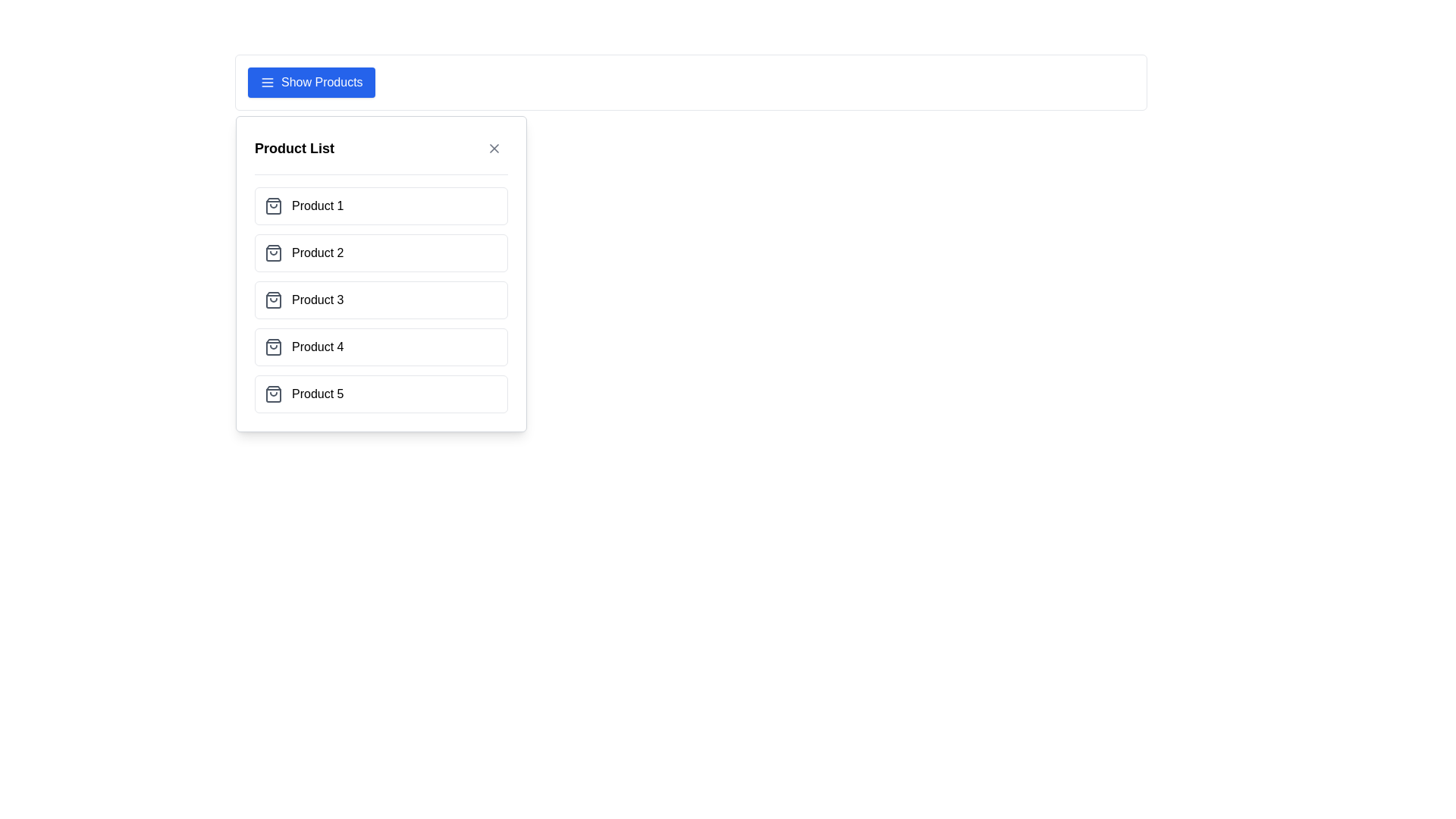 Image resolution: width=1456 pixels, height=819 pixels. I want to click on the shopping bag representation located in the third row of the product list, visually aiding the associated product, so click(273, 300).